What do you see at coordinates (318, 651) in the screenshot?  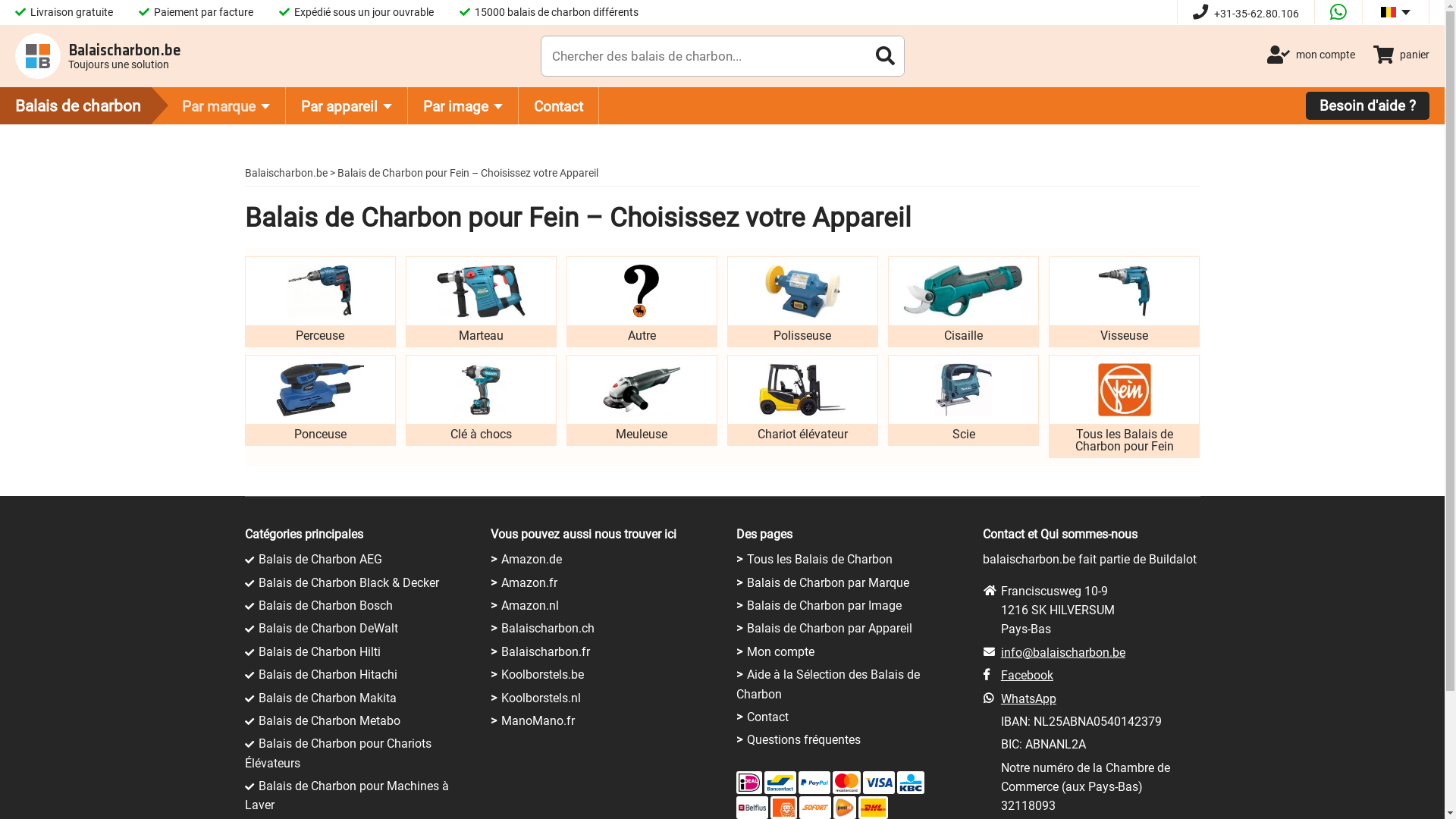 I see `'Balais de Charbon Hilti'` at bounding box center [318, 651].